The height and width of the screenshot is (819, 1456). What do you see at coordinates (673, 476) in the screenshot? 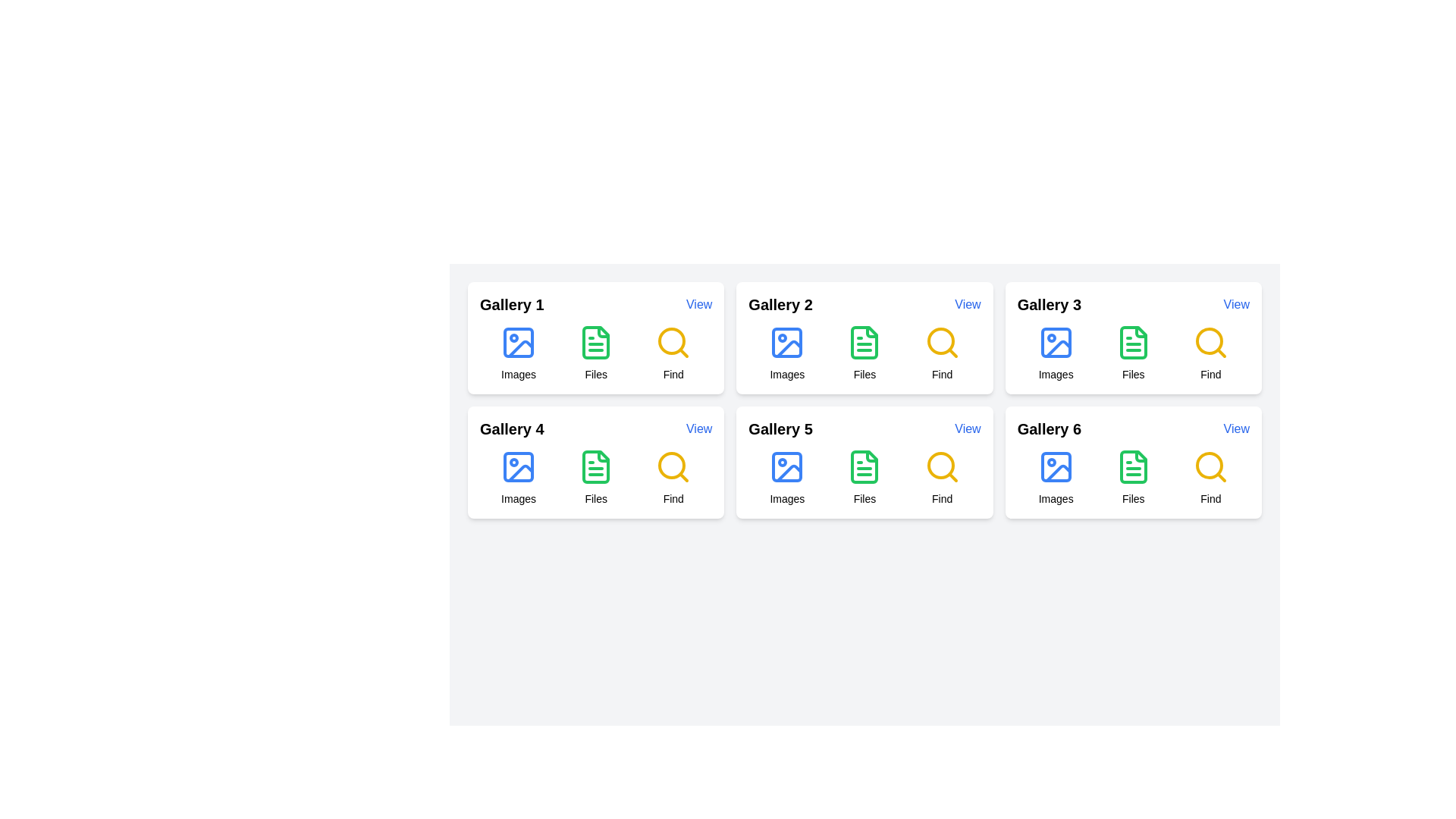
I see `the button-like interface in Gallery 4 that is positioned as the third option in the horizontal row below the gallery title` at bounding box center [673, 476].